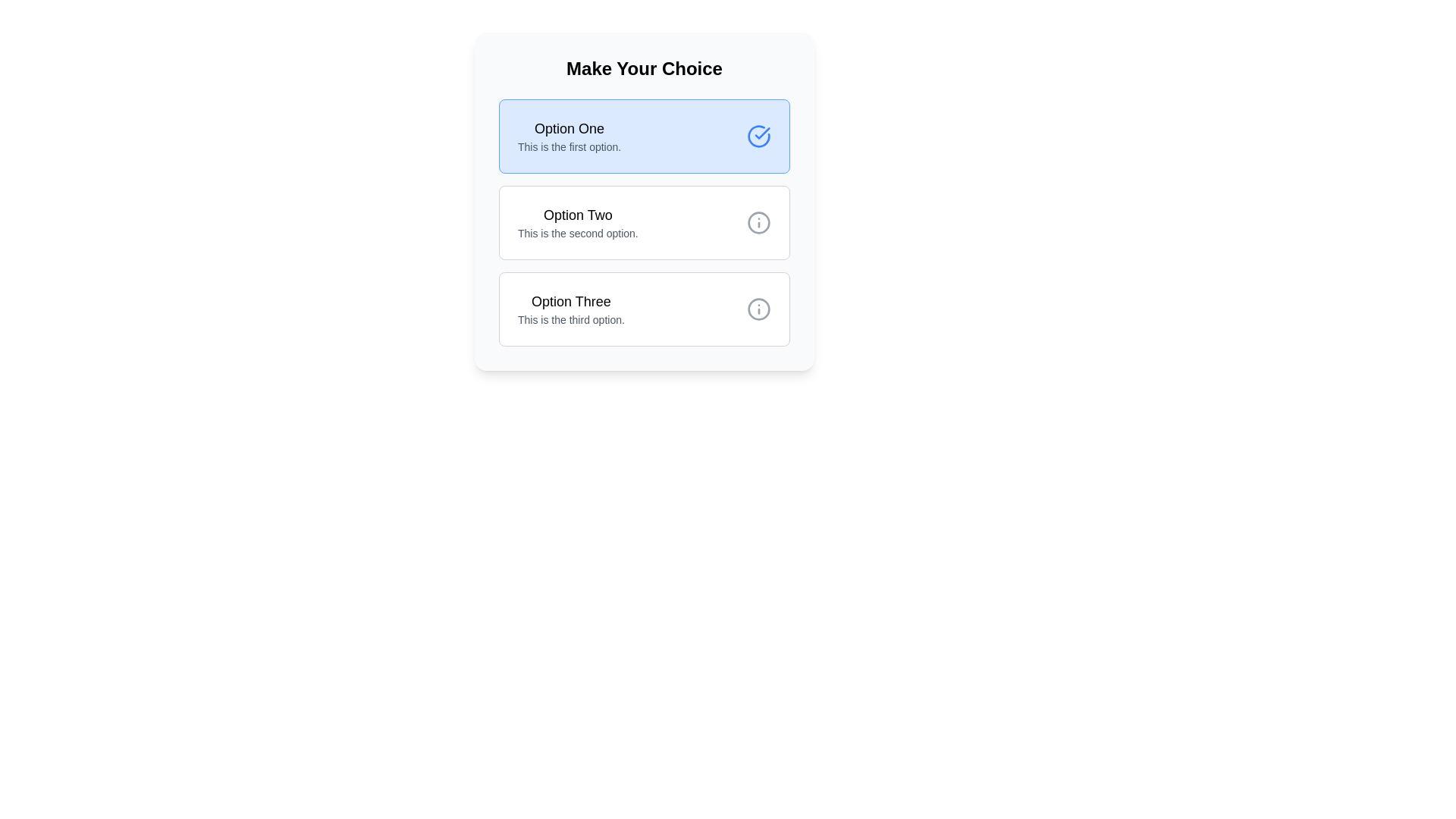  What do you see at coordinates (569, 136) in the screenshot?
I see `the text 'Option One' within the blue rounded rectangle of the first interactive card` at bounding box center [569, 136].